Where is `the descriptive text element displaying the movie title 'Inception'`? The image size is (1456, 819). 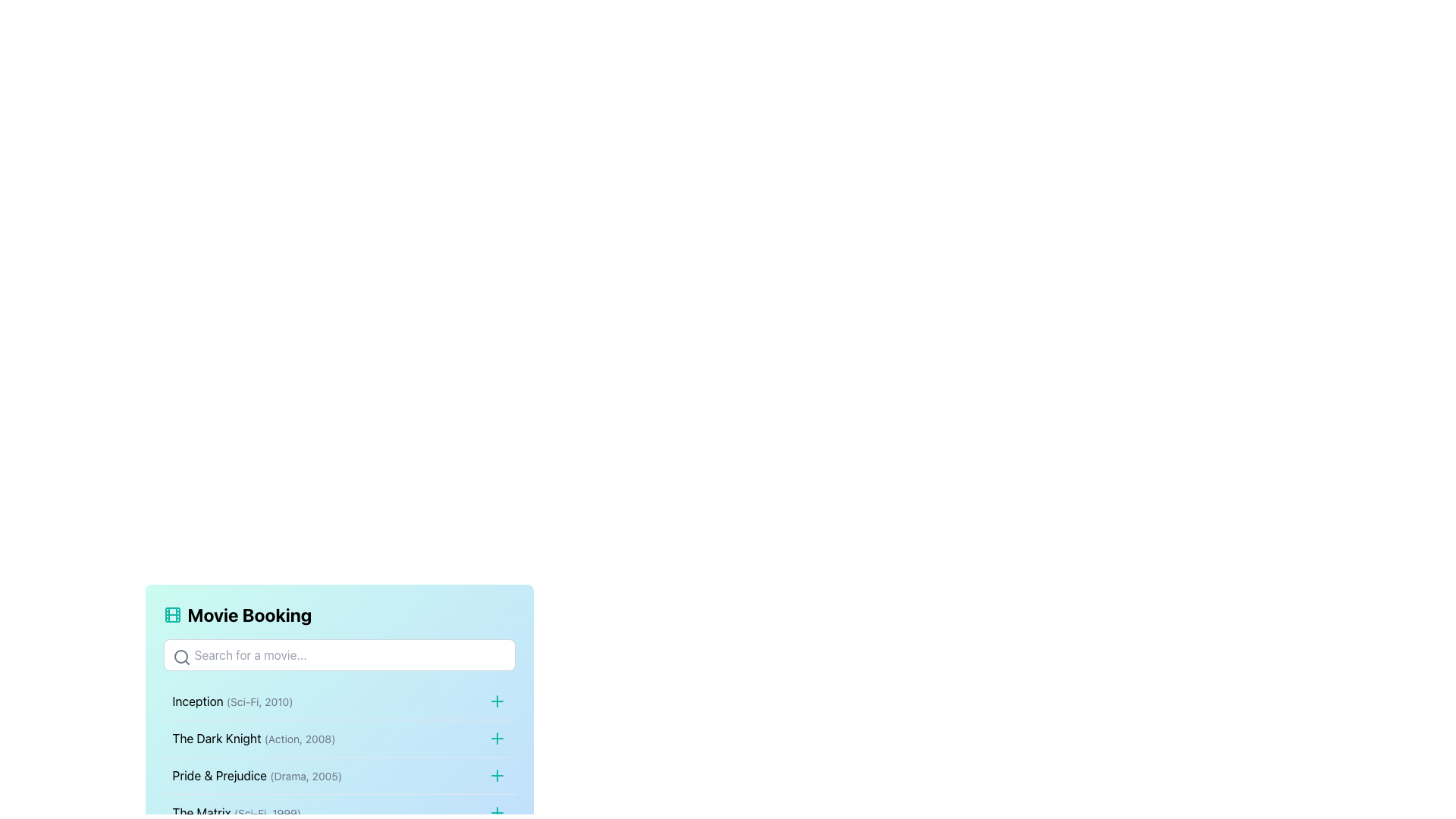
the descriptive text element displaying the movie title 'Inception' is located at coordinates (232, 701).